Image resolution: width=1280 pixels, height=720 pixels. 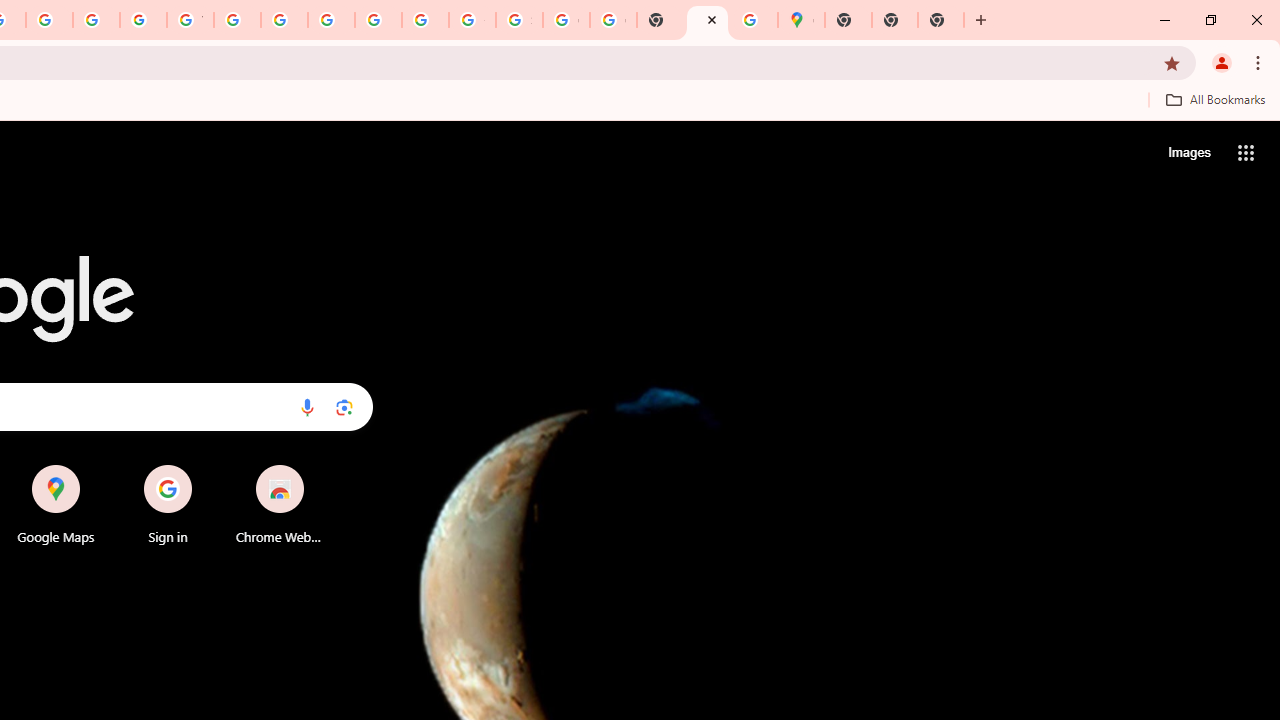 I want to click on 'New Tab', so click(x=848, y=20).